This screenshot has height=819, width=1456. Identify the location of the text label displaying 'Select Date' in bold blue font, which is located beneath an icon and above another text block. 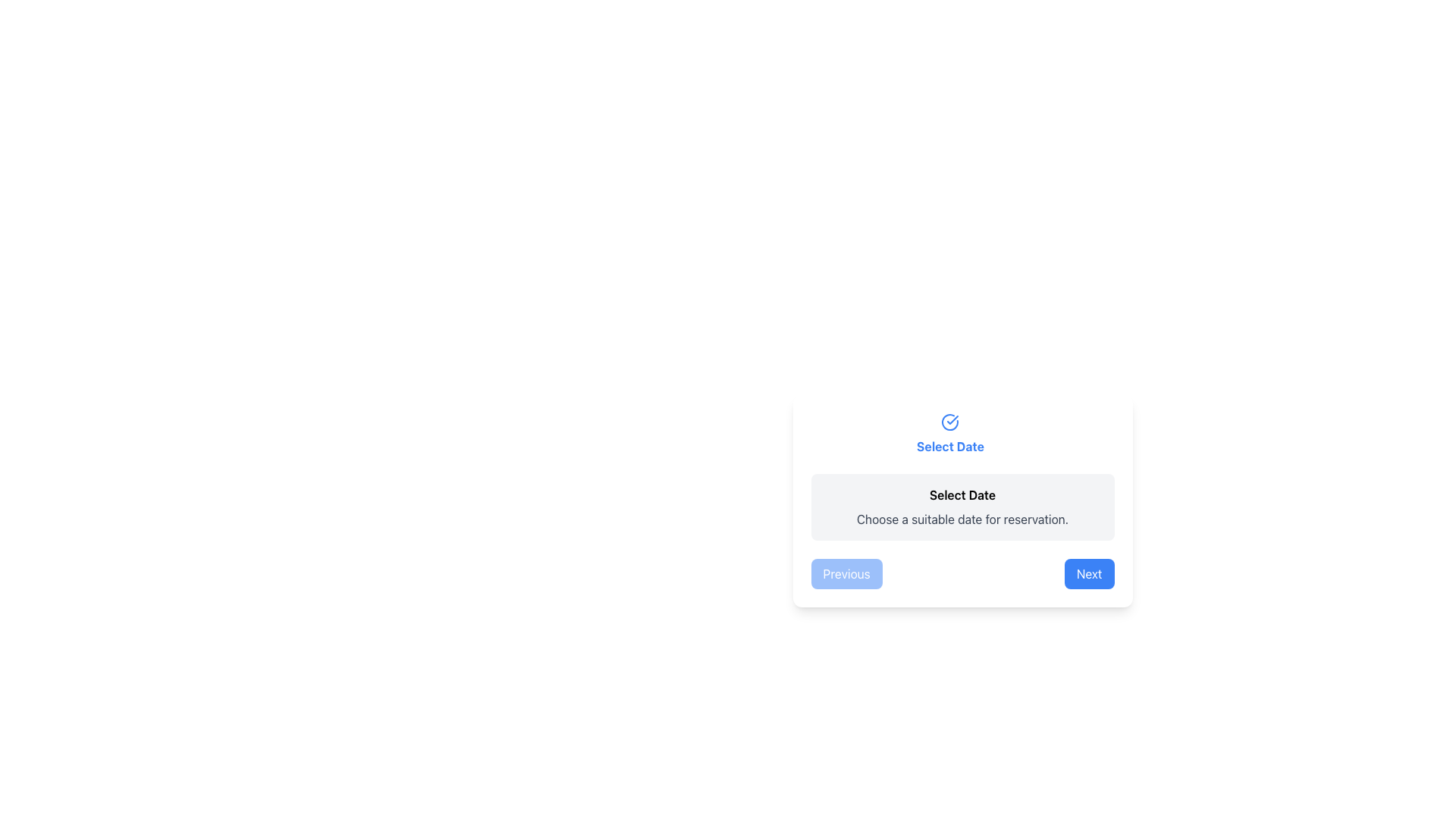
(949, 446).